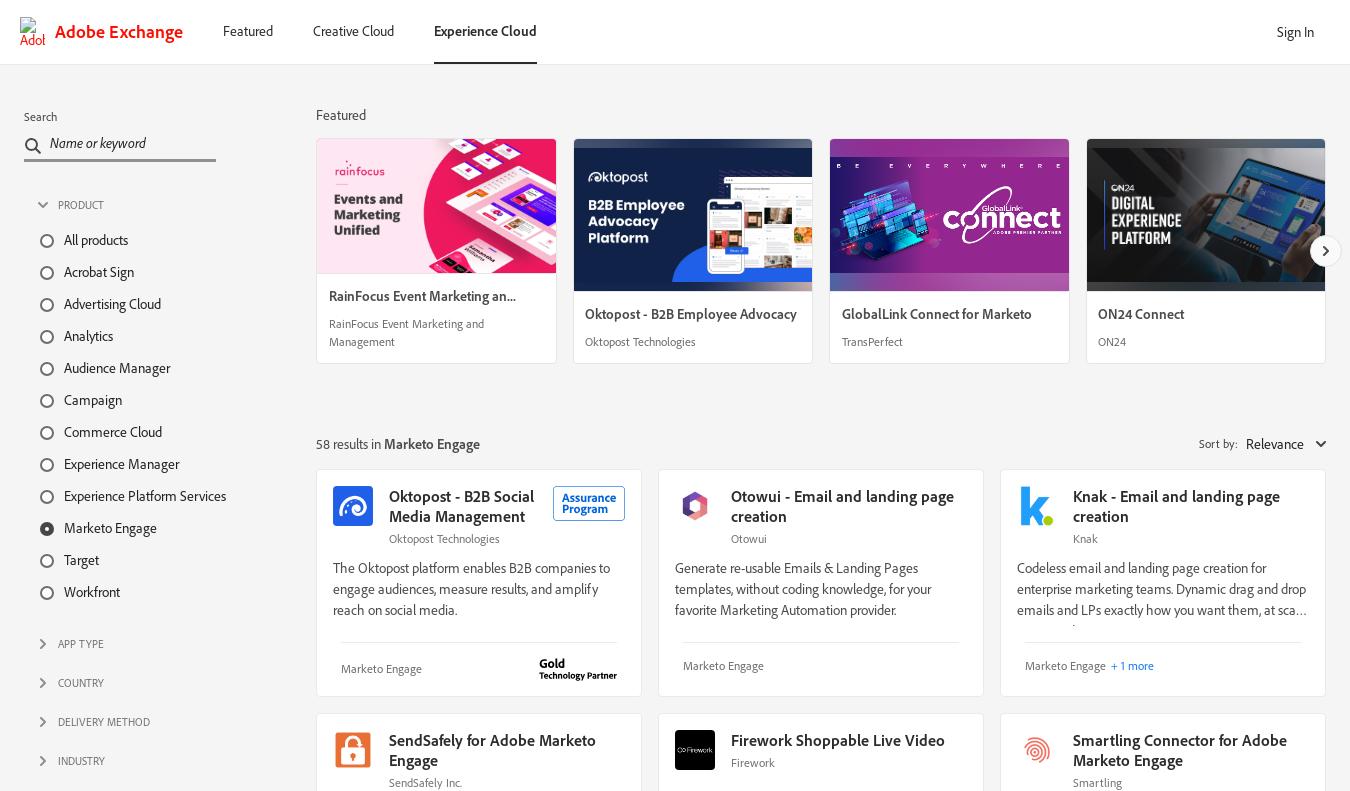 The image size is (1350, 791). I want to click on 'Codeless email and landing page creation for enterprise marketing teams. Dynamic drag and drop emails and LPs exactly how you want them, at scale, connected to your MAPs.', so click(1161, 597).